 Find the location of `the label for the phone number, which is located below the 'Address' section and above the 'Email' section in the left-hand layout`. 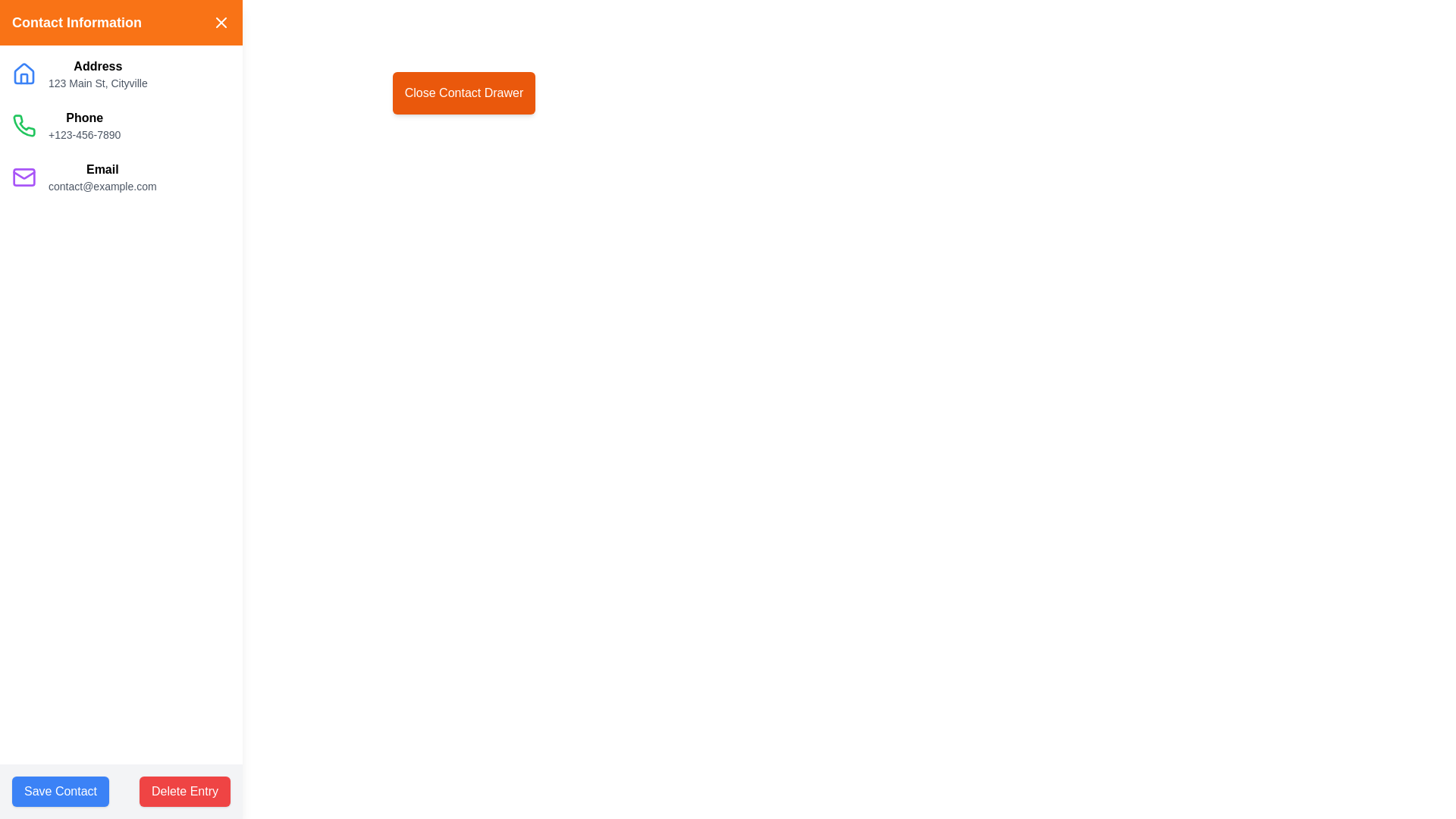

the label for the phone number, which is located below the 'Address' section and above the 'Email' section in the left-hand layout is located at coordinates (83, 117).